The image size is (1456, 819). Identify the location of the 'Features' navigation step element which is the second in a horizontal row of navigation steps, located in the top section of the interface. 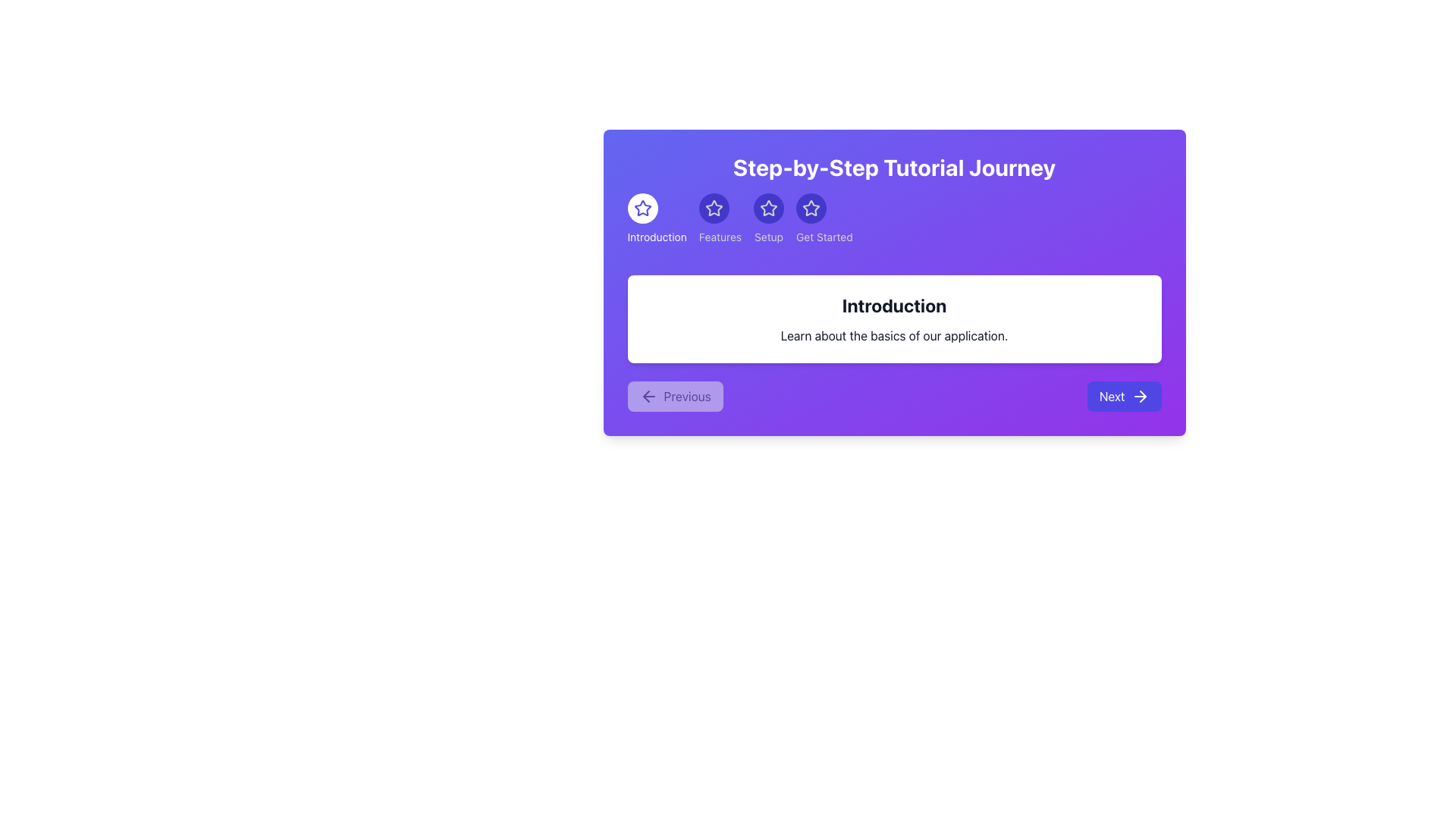
(720, 219).